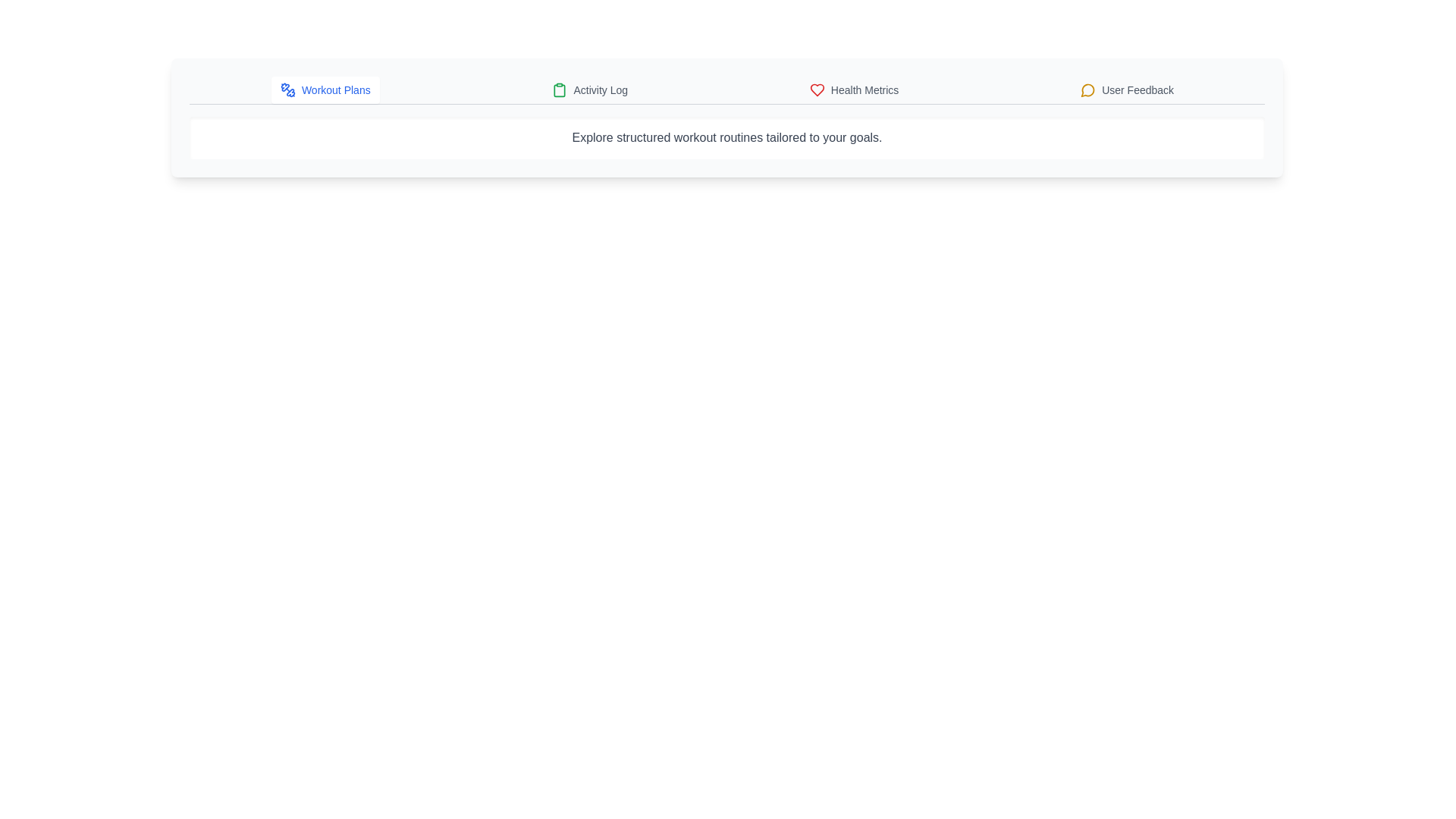 Image resolution: width=1456 pixels, height=819 pixels. Describe the element at coordinates (589, 90) in the screenshot. I see `the second tab in the navigation bar` at that location.